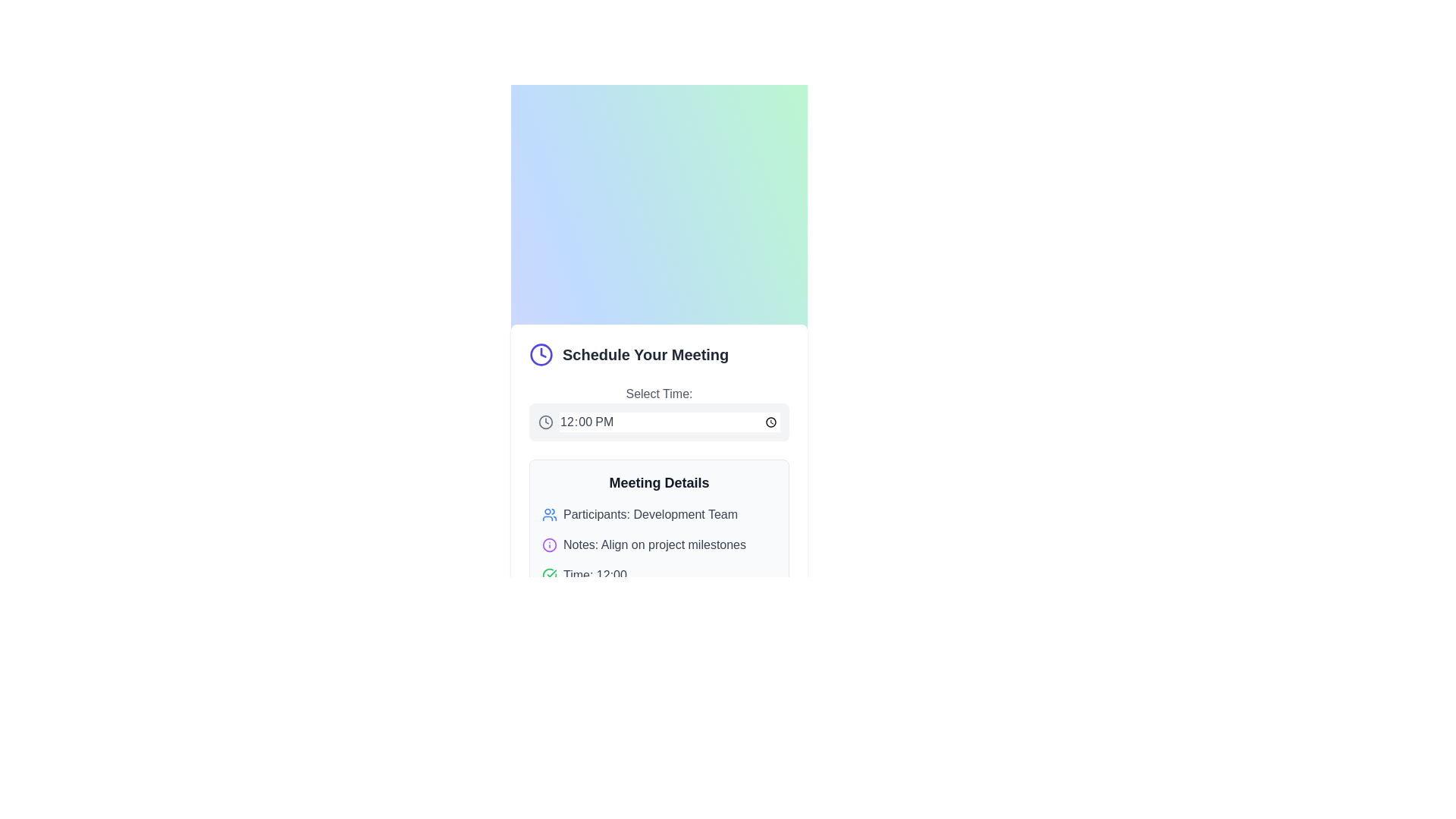 The width and height of the screenshot is (1456, 819). I want to click on on the Time selection input field labeled 'Select Time:', so click(659, 413).